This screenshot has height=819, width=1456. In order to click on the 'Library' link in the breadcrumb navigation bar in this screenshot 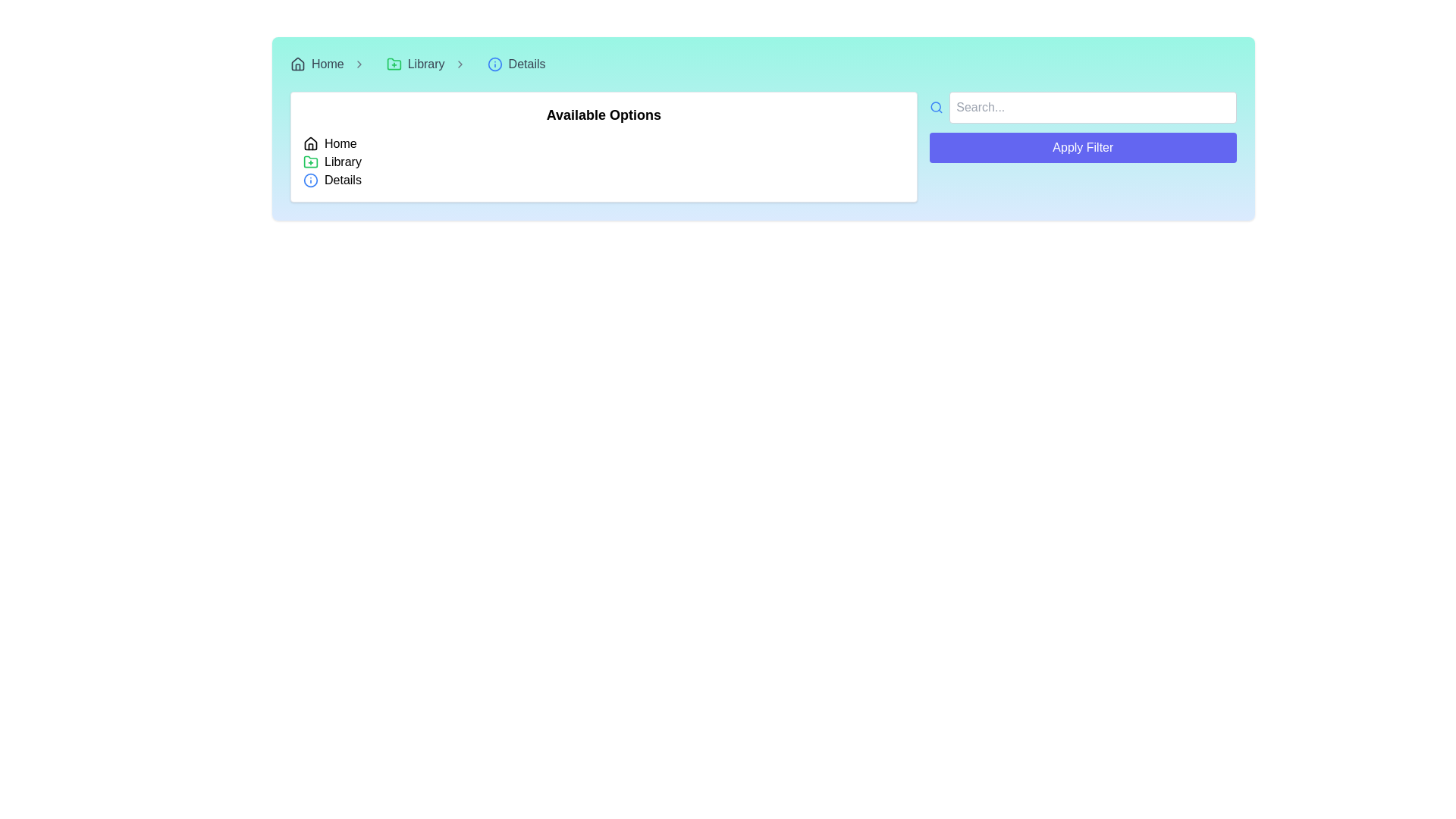, I will do `click(429, 63)`.